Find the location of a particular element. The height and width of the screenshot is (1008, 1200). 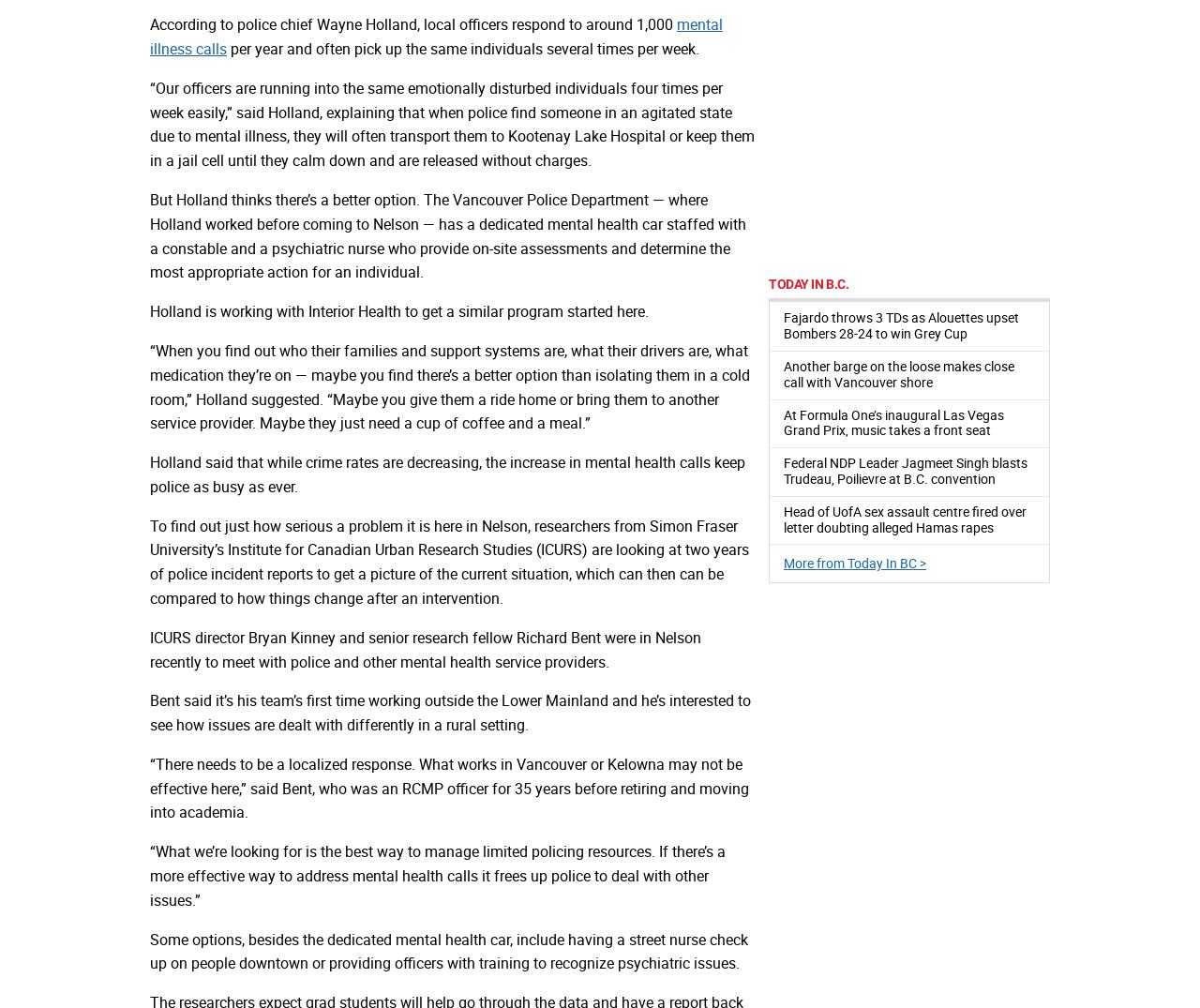

'But Holland thinks there’s a better option. The Vancouver Police Department — where Holland worked before coming to Nelson — has a dedicated mental health car staffed with a constable and a psychiatric nurse who provide on-site assessments and determine the most appropriate action for an individual.' is located at coordinates (446, 235).